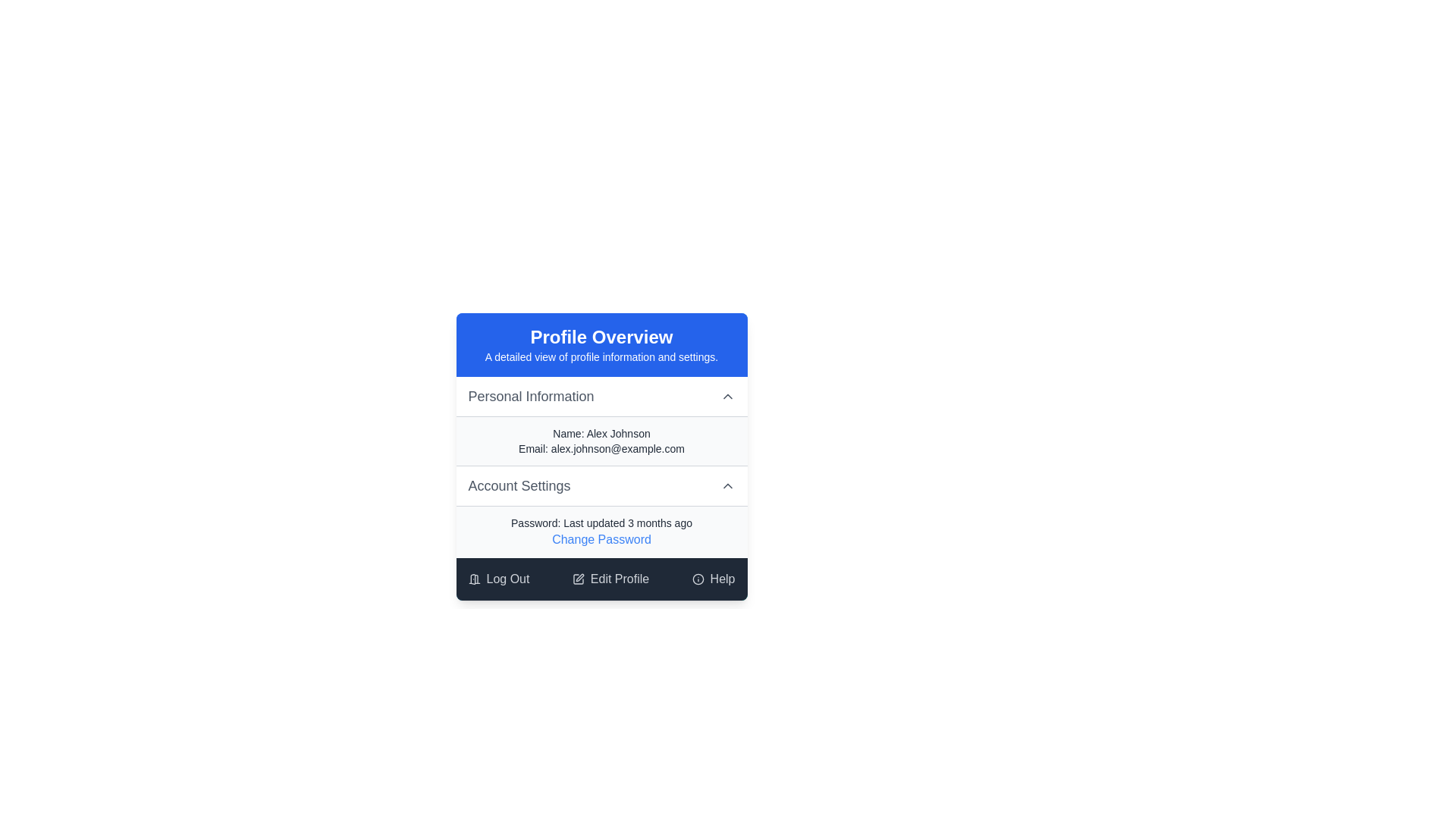  What do you see at coordinates (472, 579) in the screenshot?
I see `the vector graphic element located centrally inside the 'Log Out' button` at bounding box center [472, 579].